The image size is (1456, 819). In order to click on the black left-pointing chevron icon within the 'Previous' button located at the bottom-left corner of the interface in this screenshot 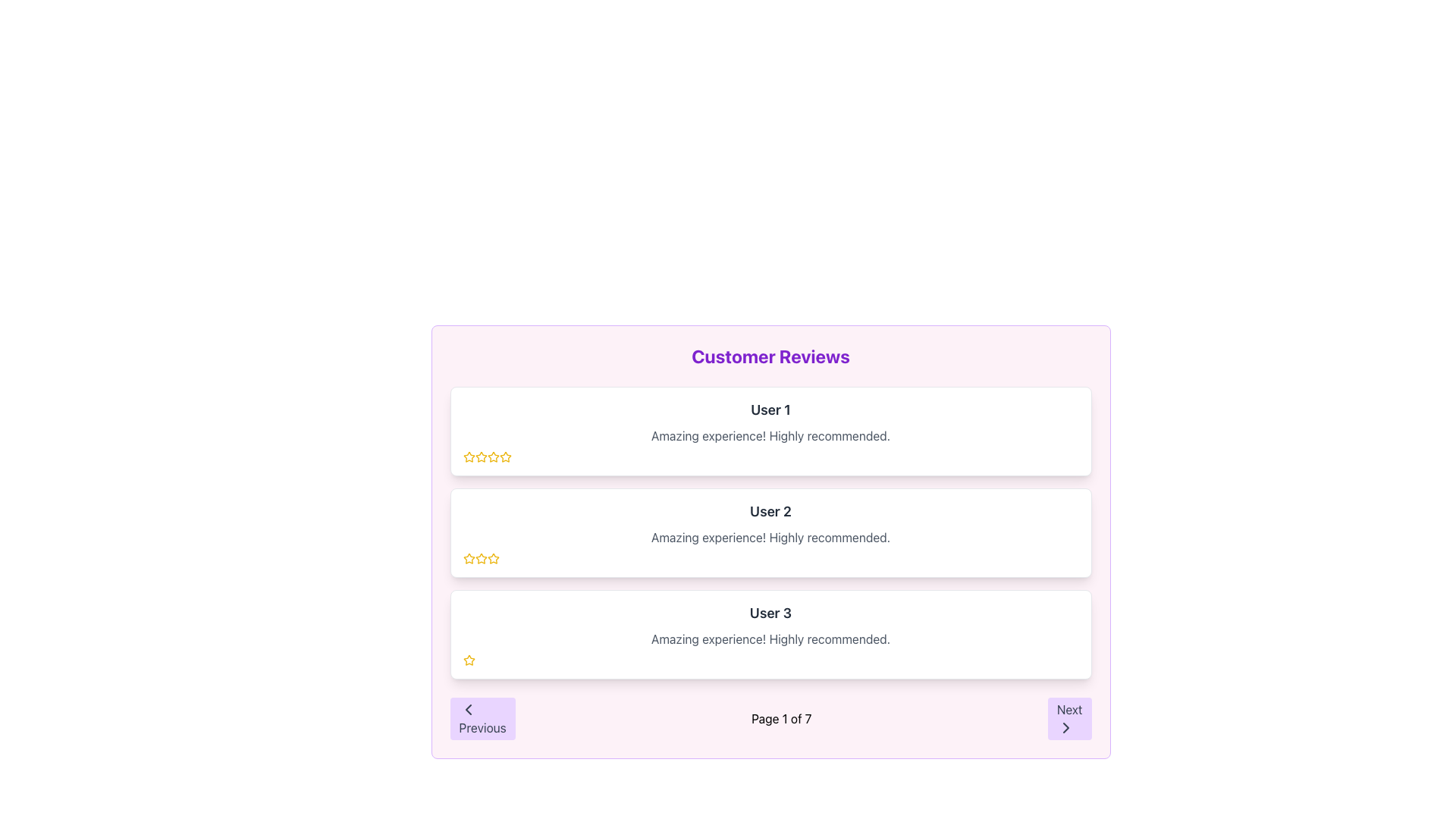, I will do `click(467, 710)`.